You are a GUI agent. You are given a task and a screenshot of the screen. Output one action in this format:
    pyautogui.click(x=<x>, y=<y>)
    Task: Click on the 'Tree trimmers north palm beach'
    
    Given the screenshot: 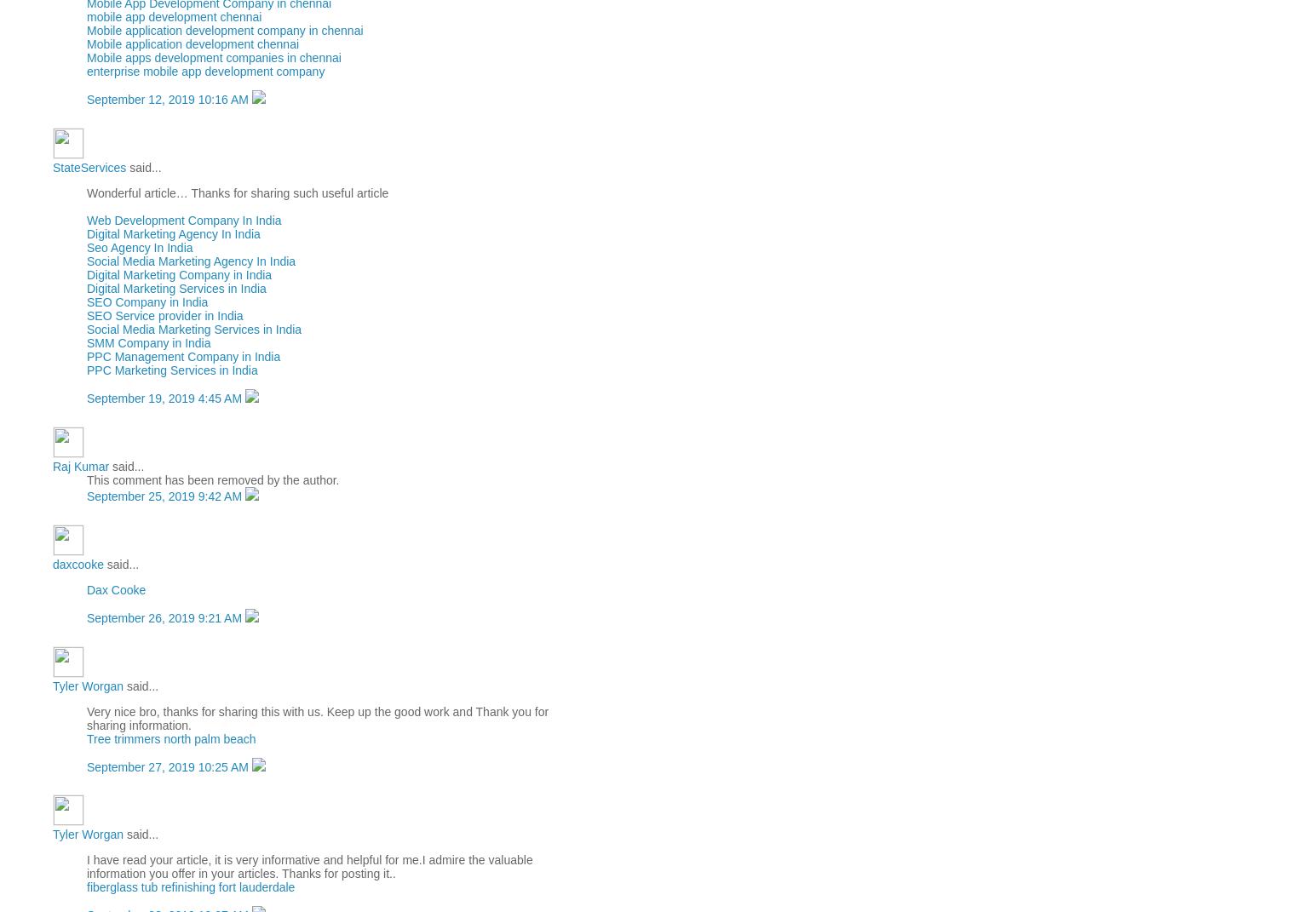 What is the action you would take?
    pyautogui.click(x=171, y=737)
    